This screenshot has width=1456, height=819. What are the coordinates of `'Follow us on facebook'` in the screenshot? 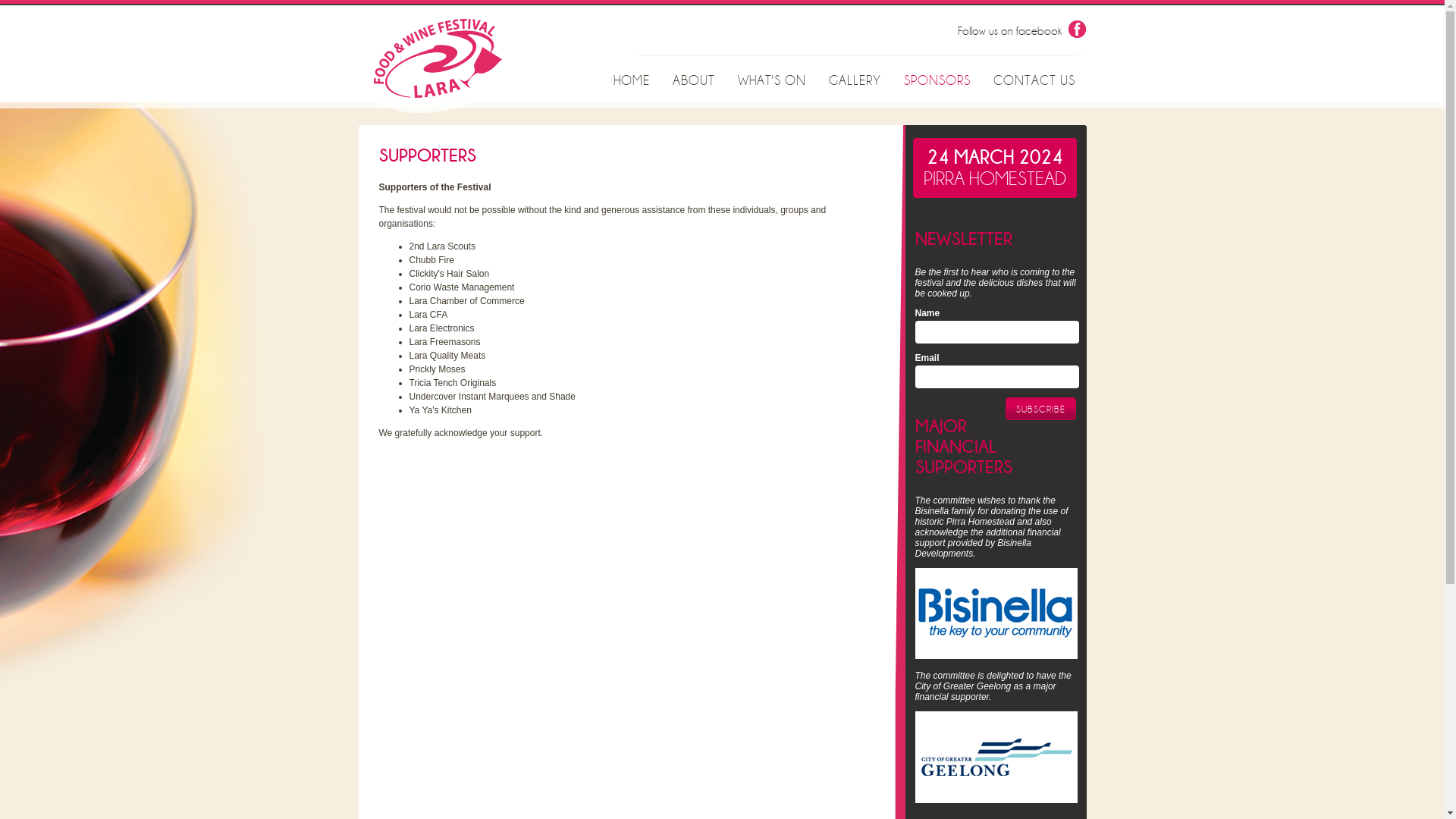 It's located at (956, 31).